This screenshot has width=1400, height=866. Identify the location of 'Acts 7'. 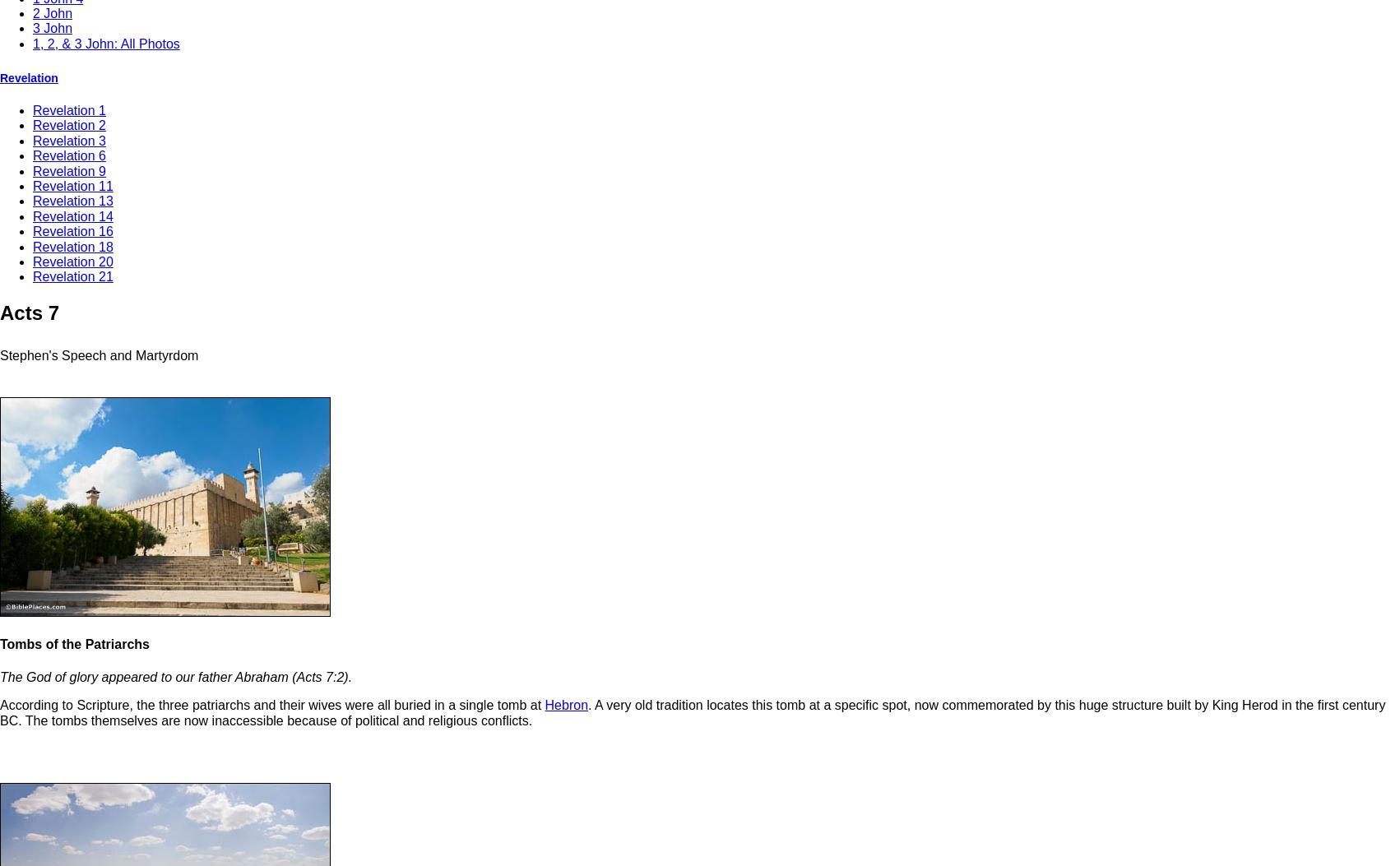
(30, 311).